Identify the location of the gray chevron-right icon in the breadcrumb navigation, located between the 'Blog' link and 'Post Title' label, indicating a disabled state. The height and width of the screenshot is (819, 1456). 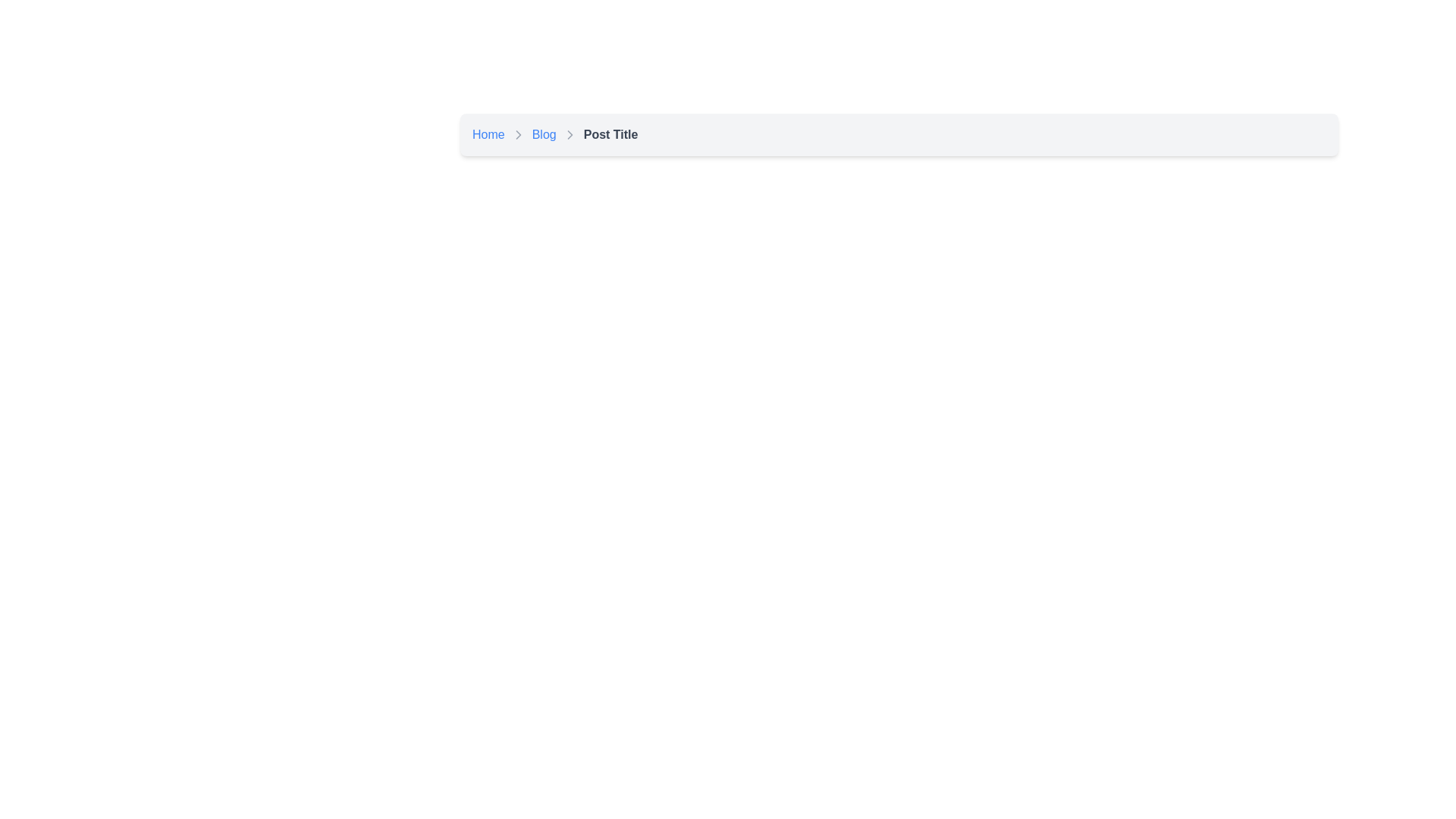
(569, 133).